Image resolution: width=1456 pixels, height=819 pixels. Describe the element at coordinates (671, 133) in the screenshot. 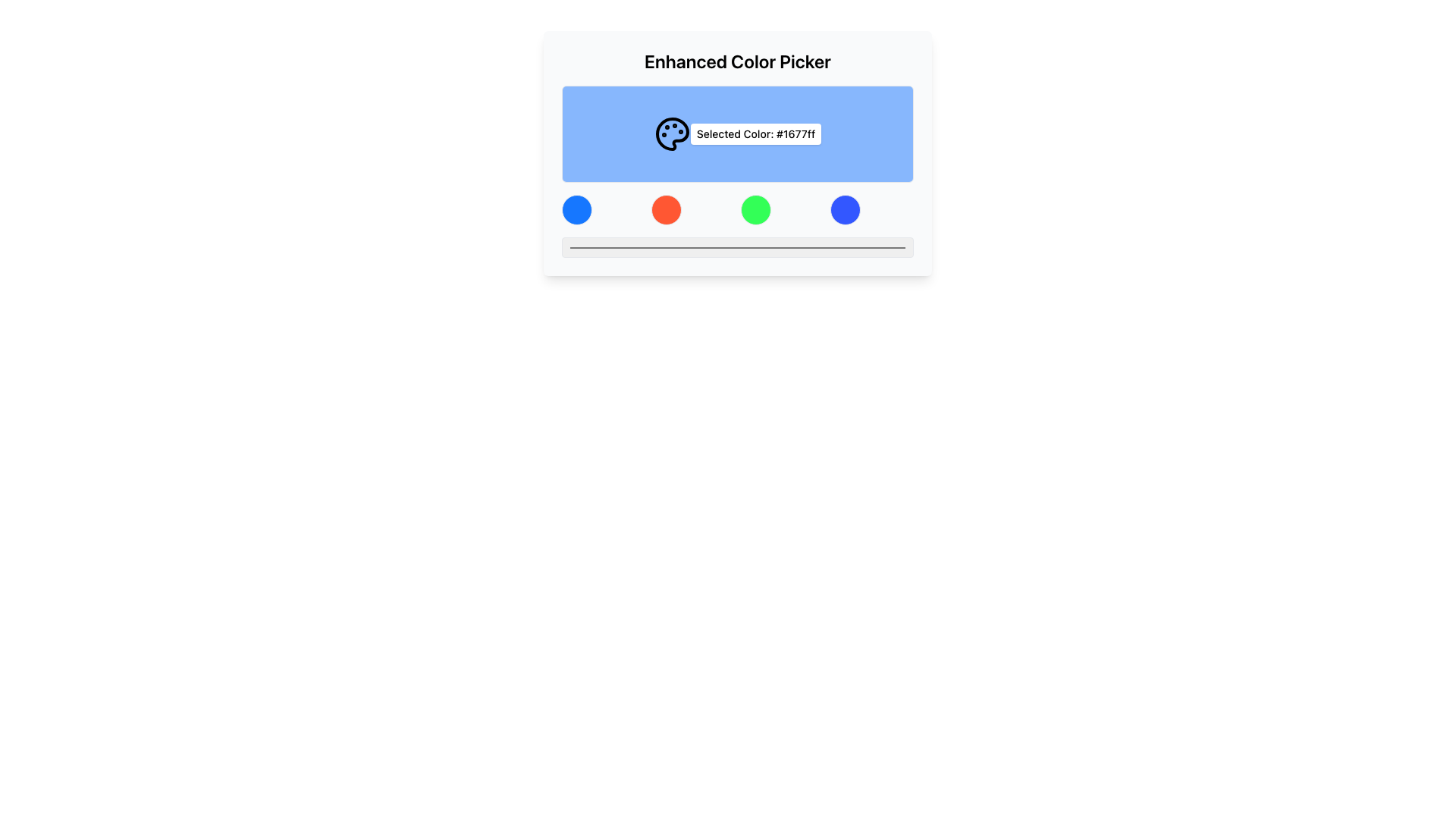

I see `the painter's palette icon located in the blue rectangular area beneath the title 'Enhanced Color Picker' and adjacent to the text 'Selected Color: #1677ff'` at that location.